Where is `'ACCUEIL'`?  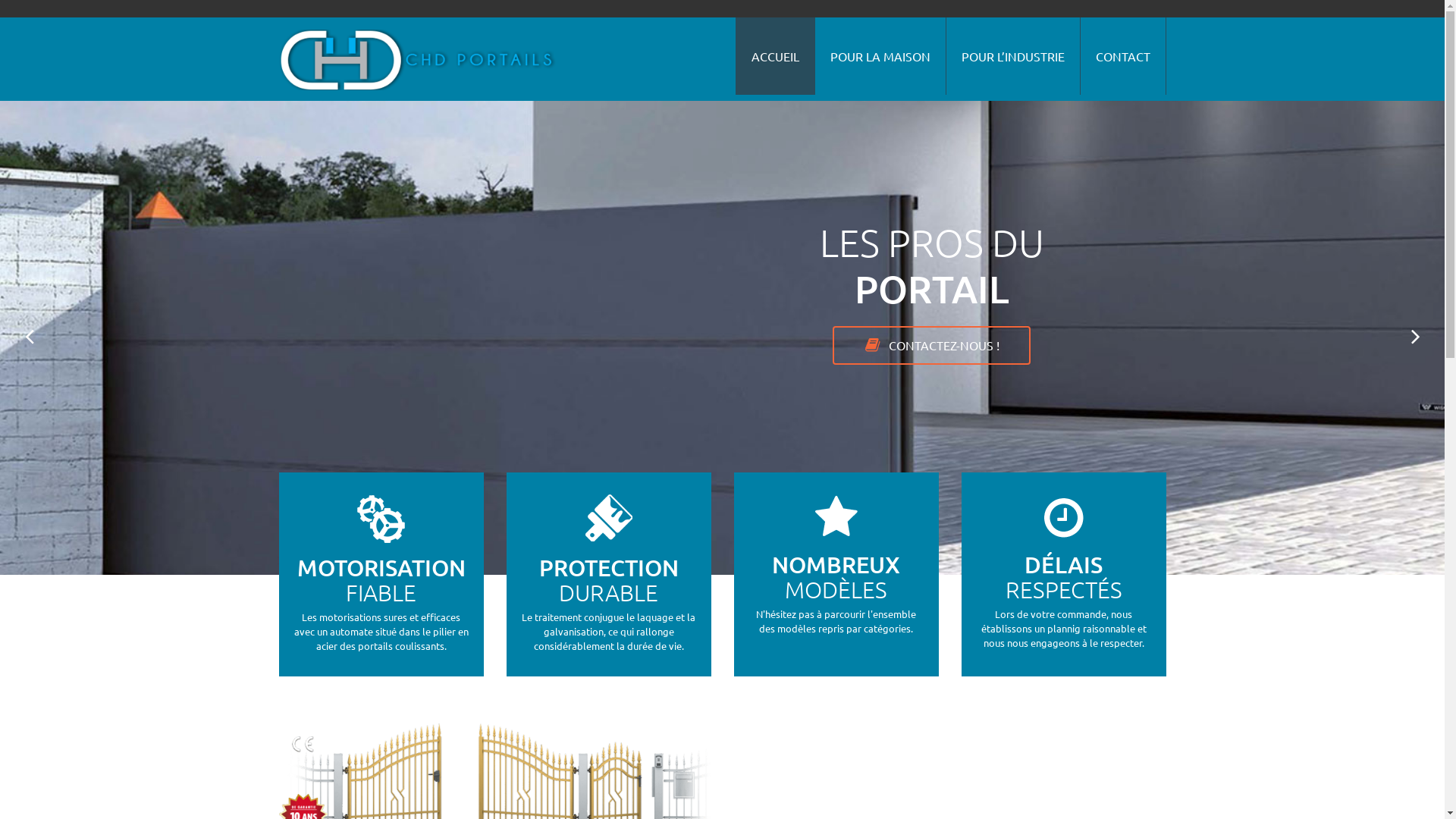
'ACCUEIL' is located at coordinates (774, 55).